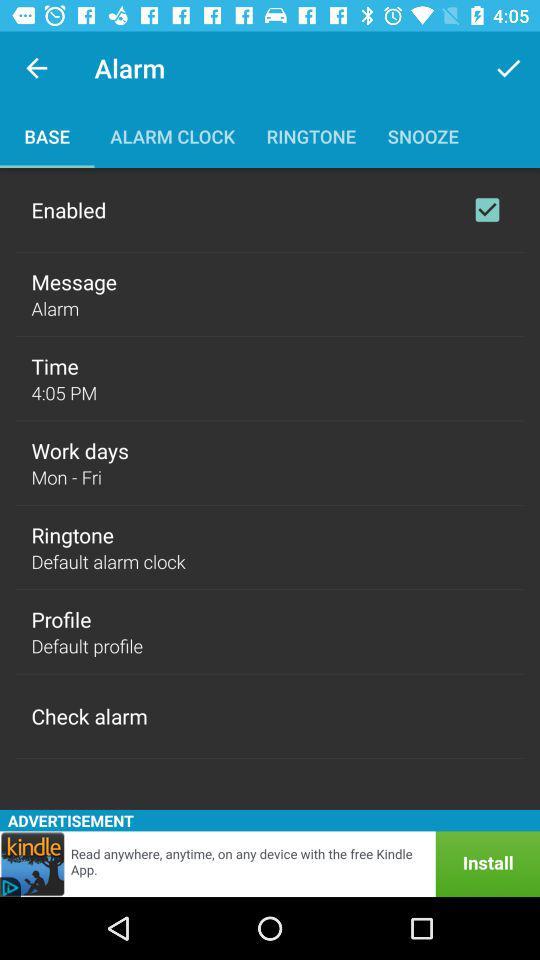 This screenshot has width=540, height=960. Describe the element at coordinates (36, 68) in the screenshot. I see `icon to the left of the alarm icon` at that location.